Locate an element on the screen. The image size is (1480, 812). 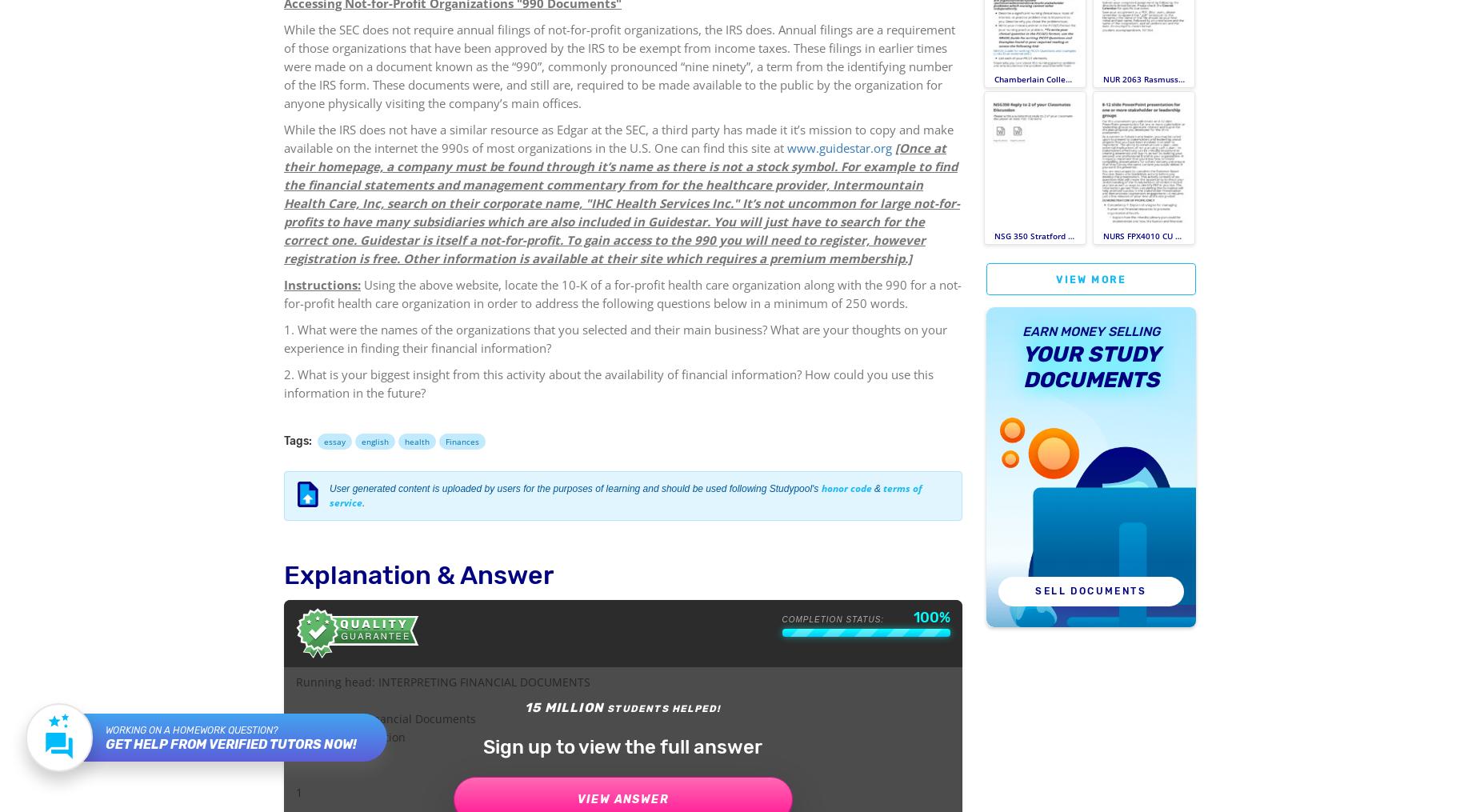
'View more' is located at coordinates (1054, 278).